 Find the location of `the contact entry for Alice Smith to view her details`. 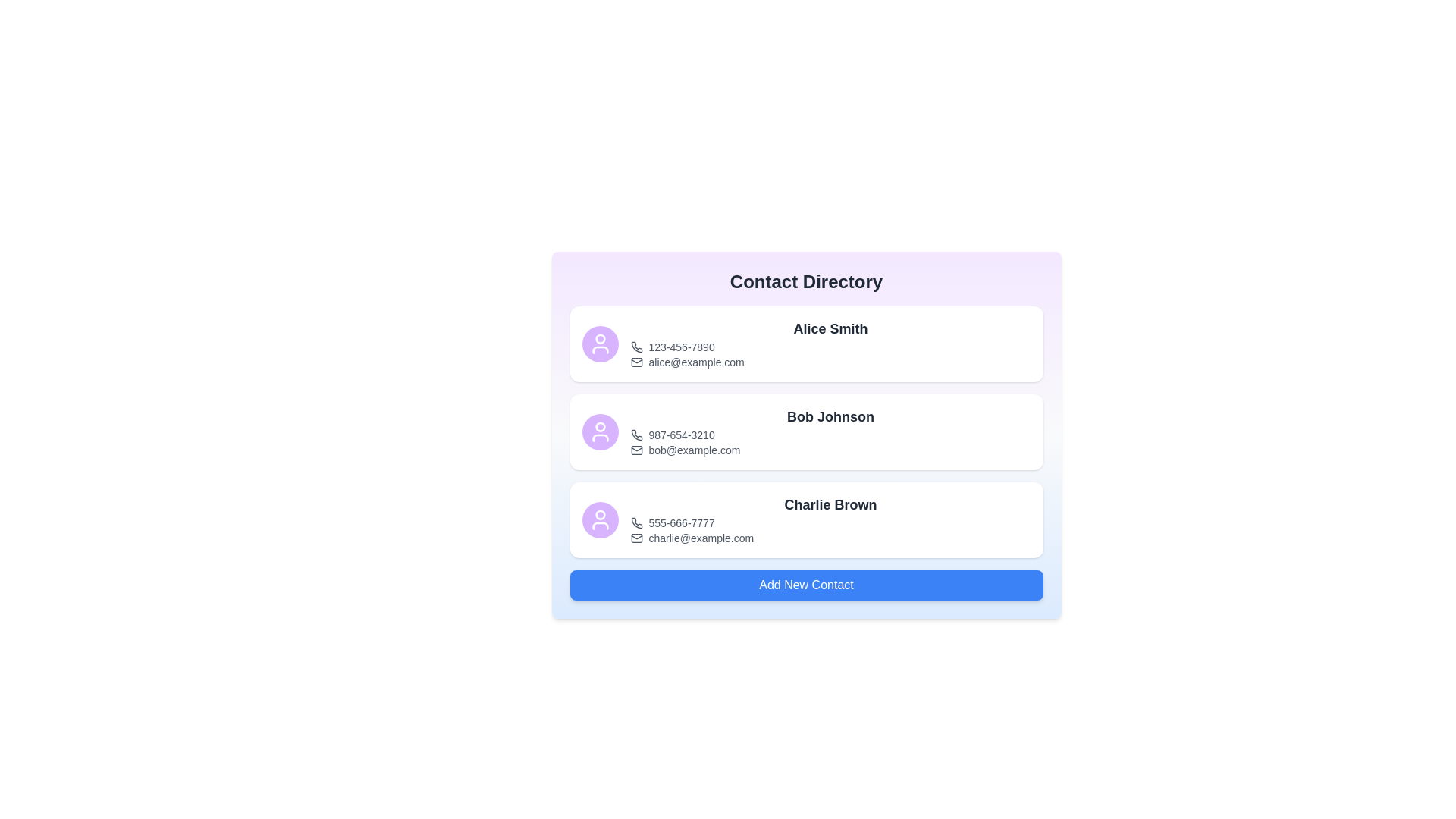

the contact entry for Alice Smith to view her details is located at coordinates (805, 344).